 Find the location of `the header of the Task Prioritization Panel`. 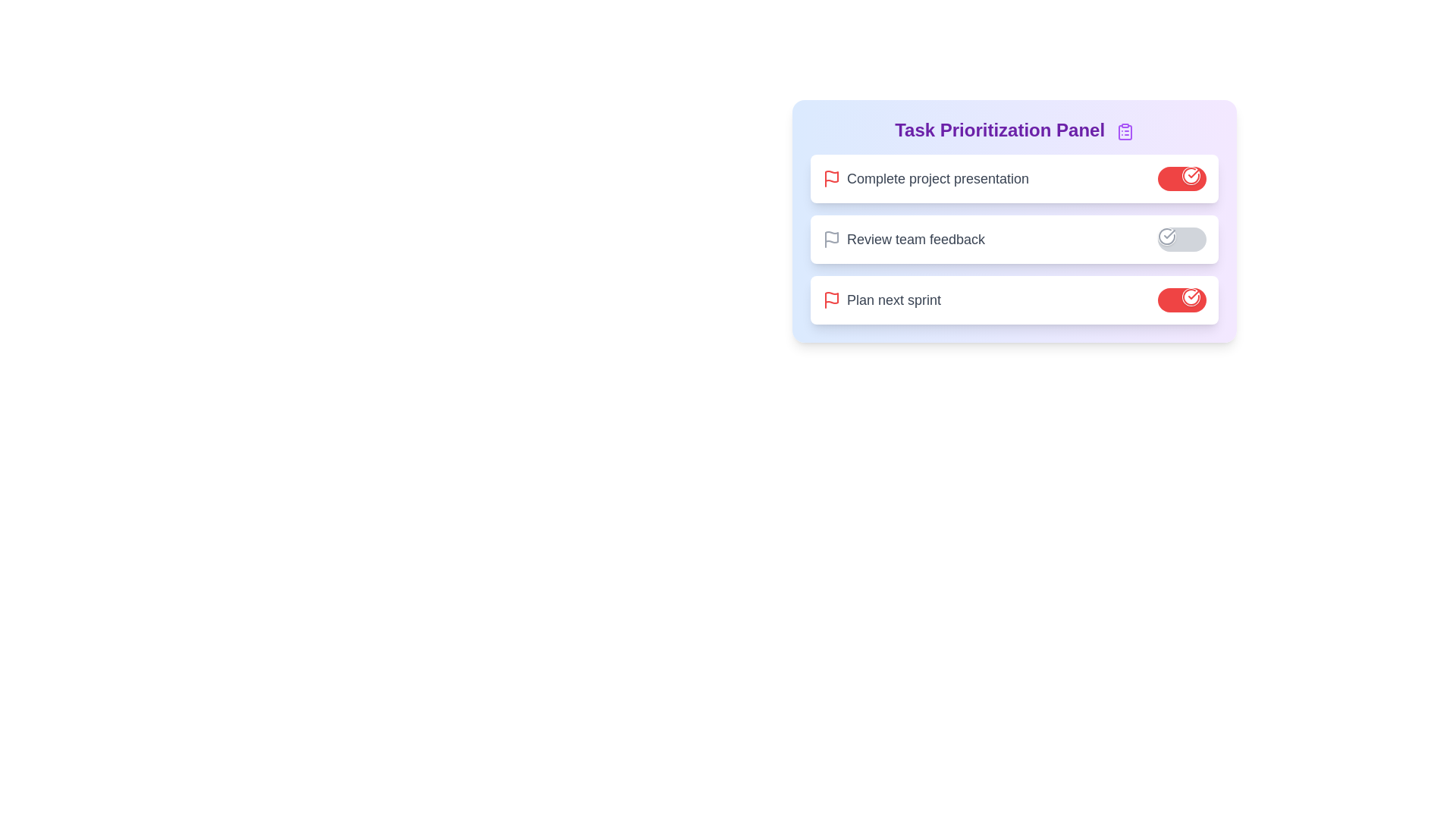

the header of the Task Prioritization Panel is located at coordinates (1015, 130).